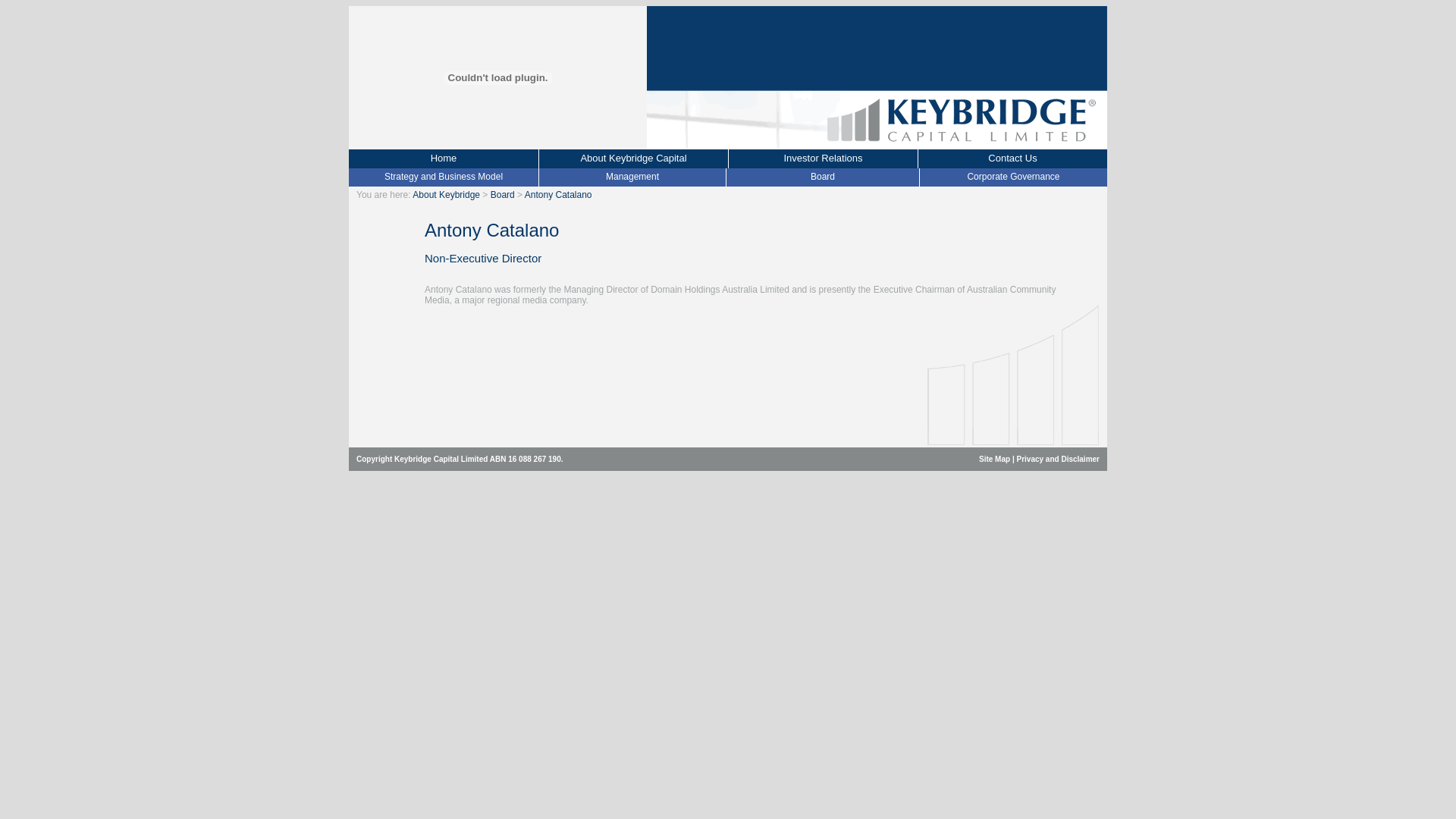 The image size is (1456, 819). What do you see at coordinates (1012, 175) in the screenshot?
I see `'Corporate Governance'` at bounding box center [1012, 175].